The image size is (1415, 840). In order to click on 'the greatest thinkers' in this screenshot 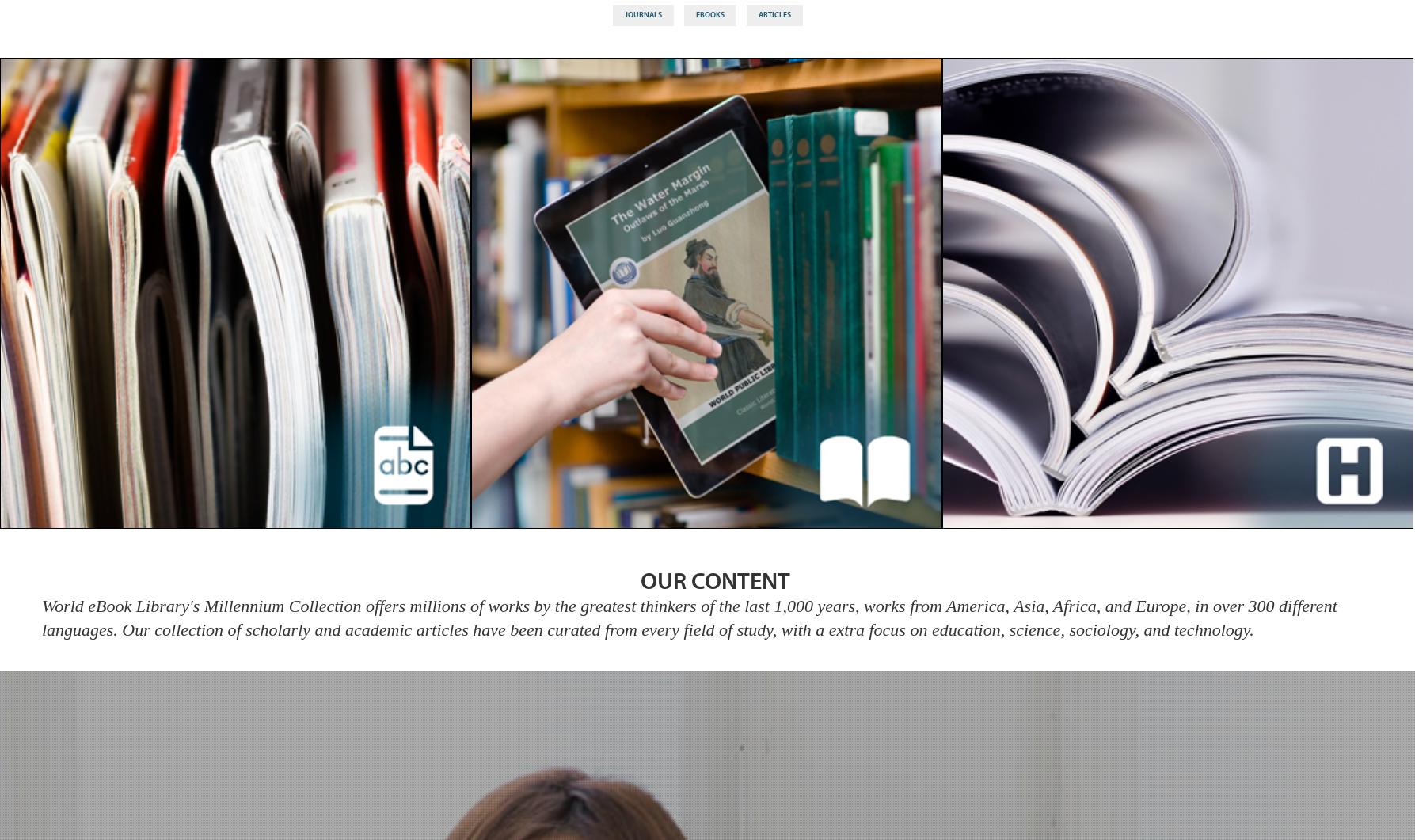, I will do `click(625, 605)`.